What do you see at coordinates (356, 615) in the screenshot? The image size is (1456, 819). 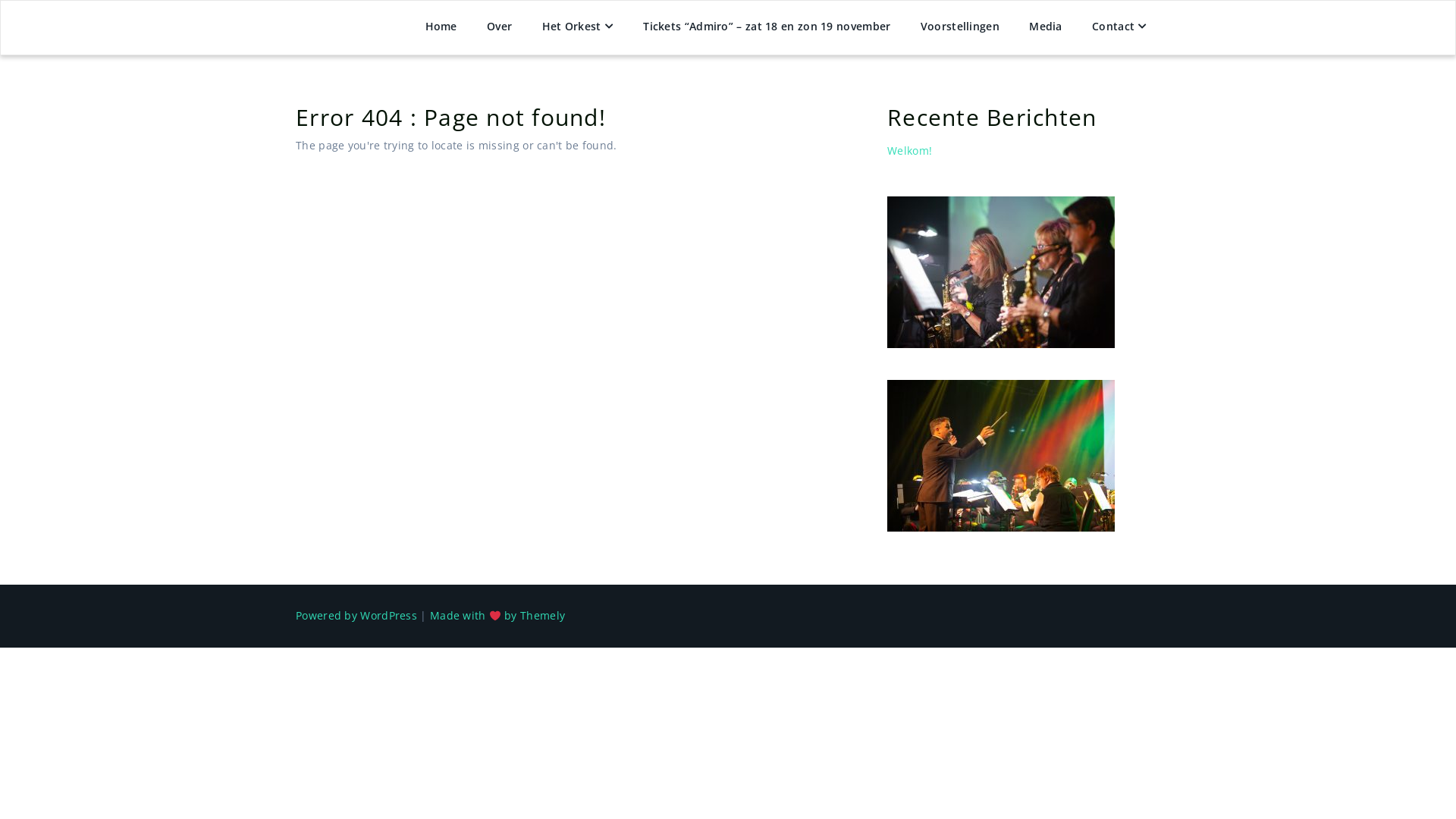 I see `'Powered by WordPress'` at bounding box center [356, 615].